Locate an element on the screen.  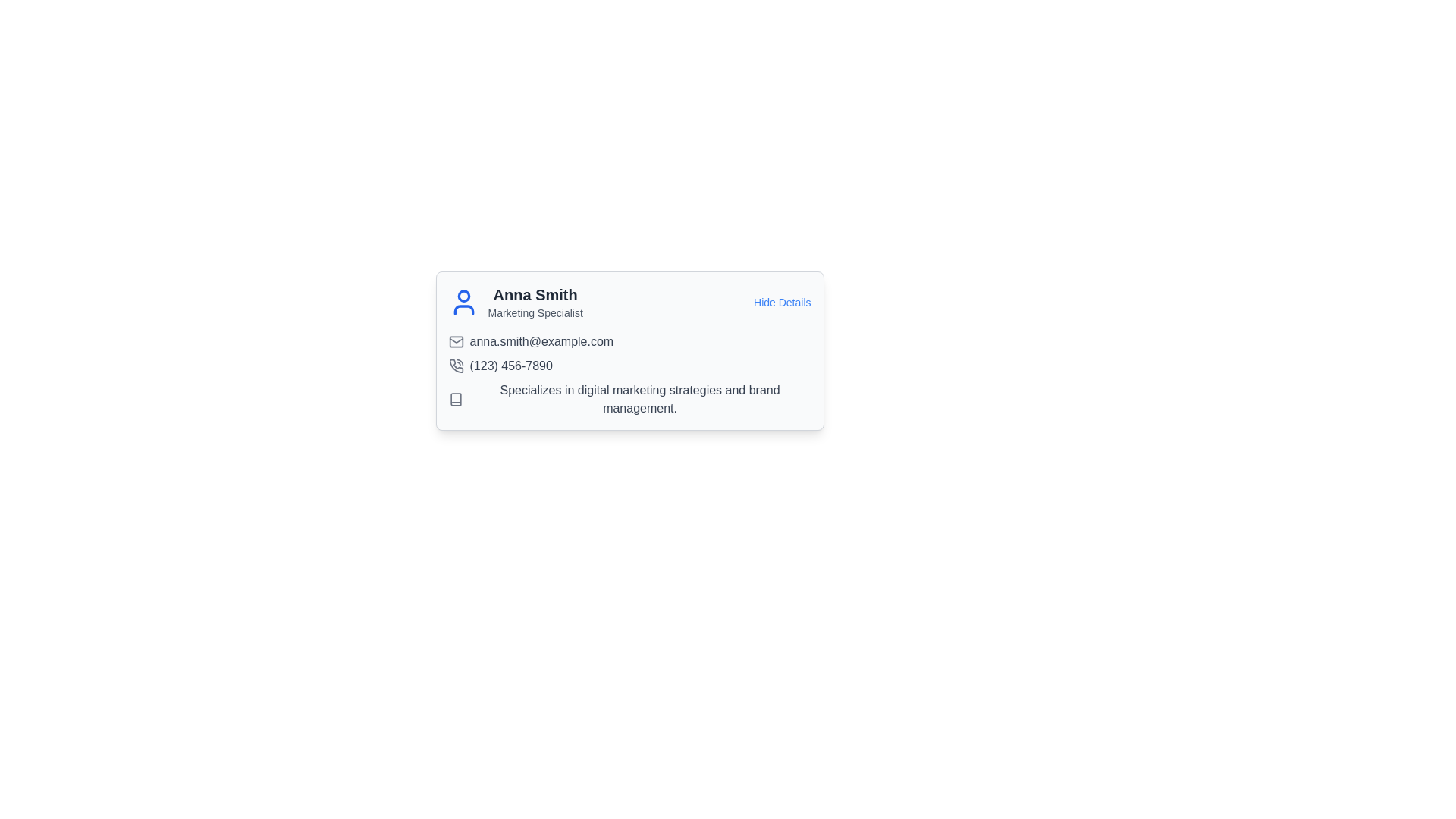
the envelope icon representing the email address 'anna.smith@example.com', which is the leading visual element in the row containing the email text is located at coordinates (455, 342).